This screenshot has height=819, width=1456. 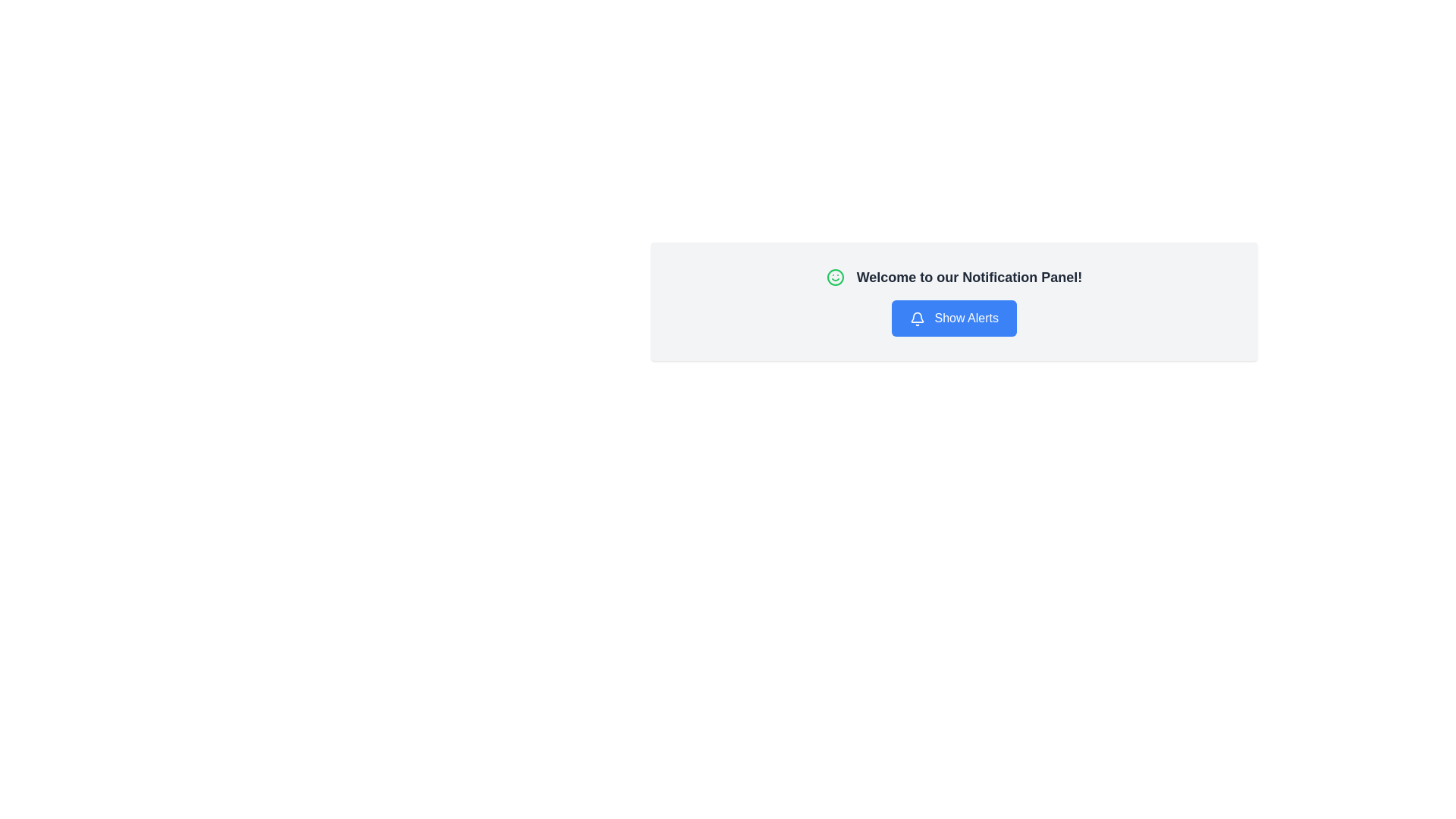 What do you see at coordinates (968, 278) in the screenshot?
I see `the text label displaying 'Welcome to our Notification Panel!' which is located in the top-center part of the notification section` at bounding box center [968, 278].